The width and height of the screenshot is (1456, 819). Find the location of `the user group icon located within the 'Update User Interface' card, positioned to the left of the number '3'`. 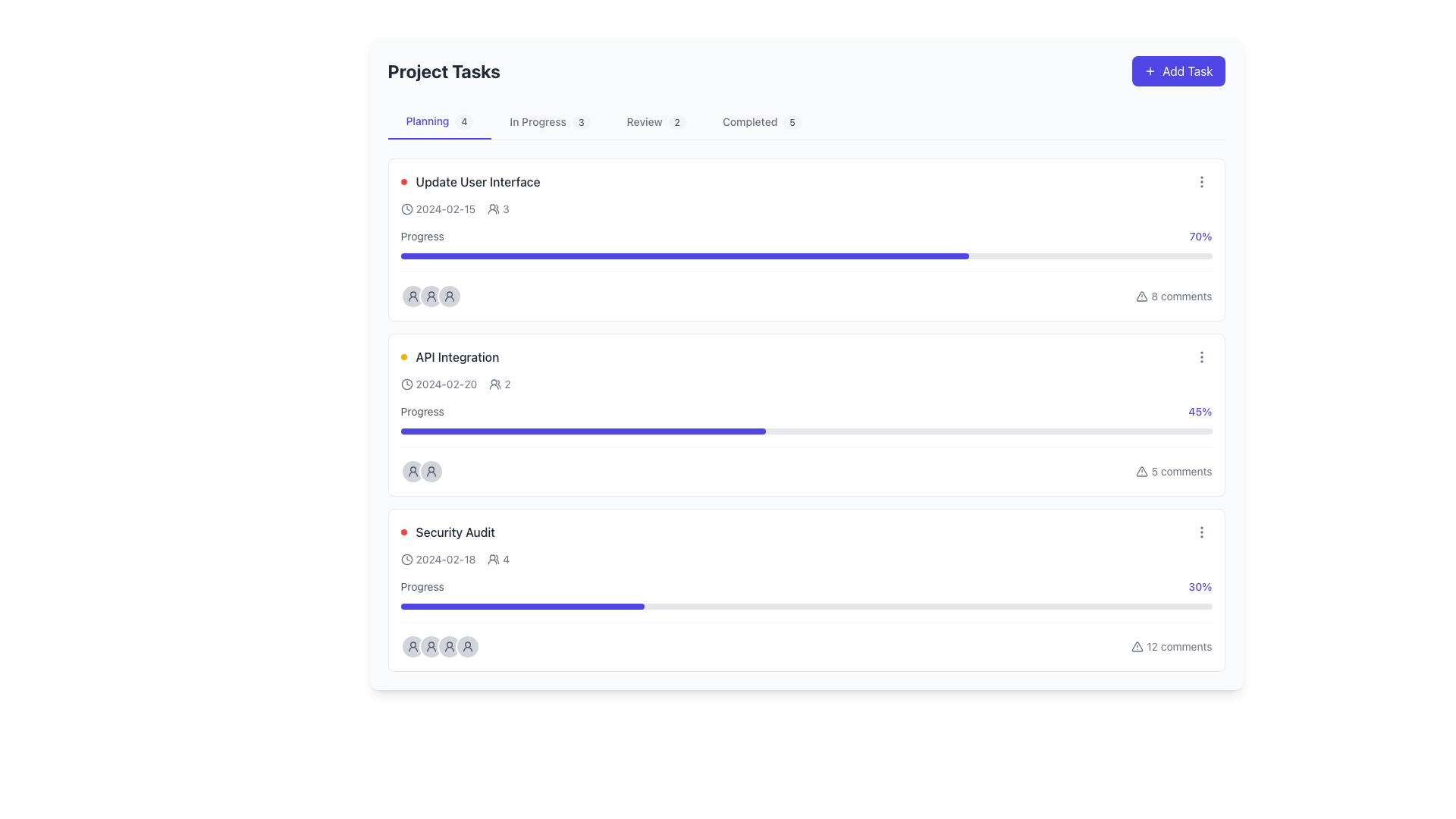

the user group icon located within the 'Update User Interface' card, positioned to the left of the number '3' is located at coordinates (494, 209).